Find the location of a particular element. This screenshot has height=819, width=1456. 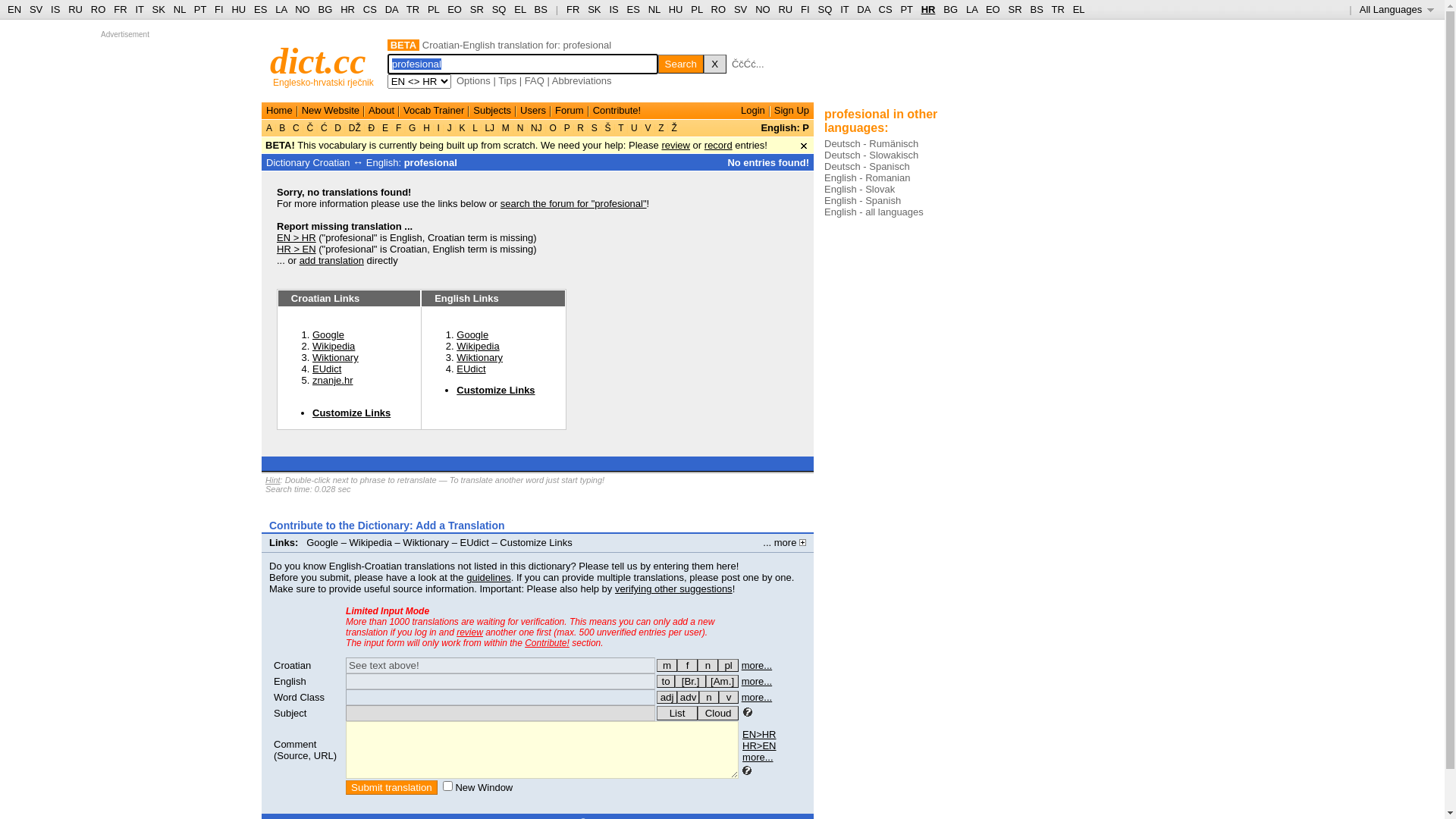

'NL' is located at coordinates (654, 9).